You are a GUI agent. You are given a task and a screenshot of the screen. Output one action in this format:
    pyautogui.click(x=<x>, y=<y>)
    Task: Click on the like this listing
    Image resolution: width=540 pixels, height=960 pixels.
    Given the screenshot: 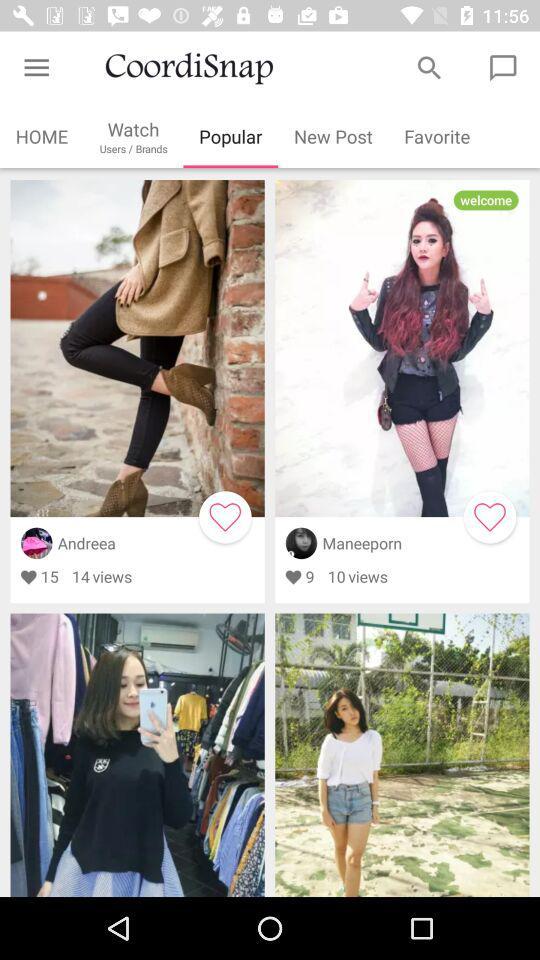 What is the action you would take?
    pyautogui.click(x=489, y=516)
    